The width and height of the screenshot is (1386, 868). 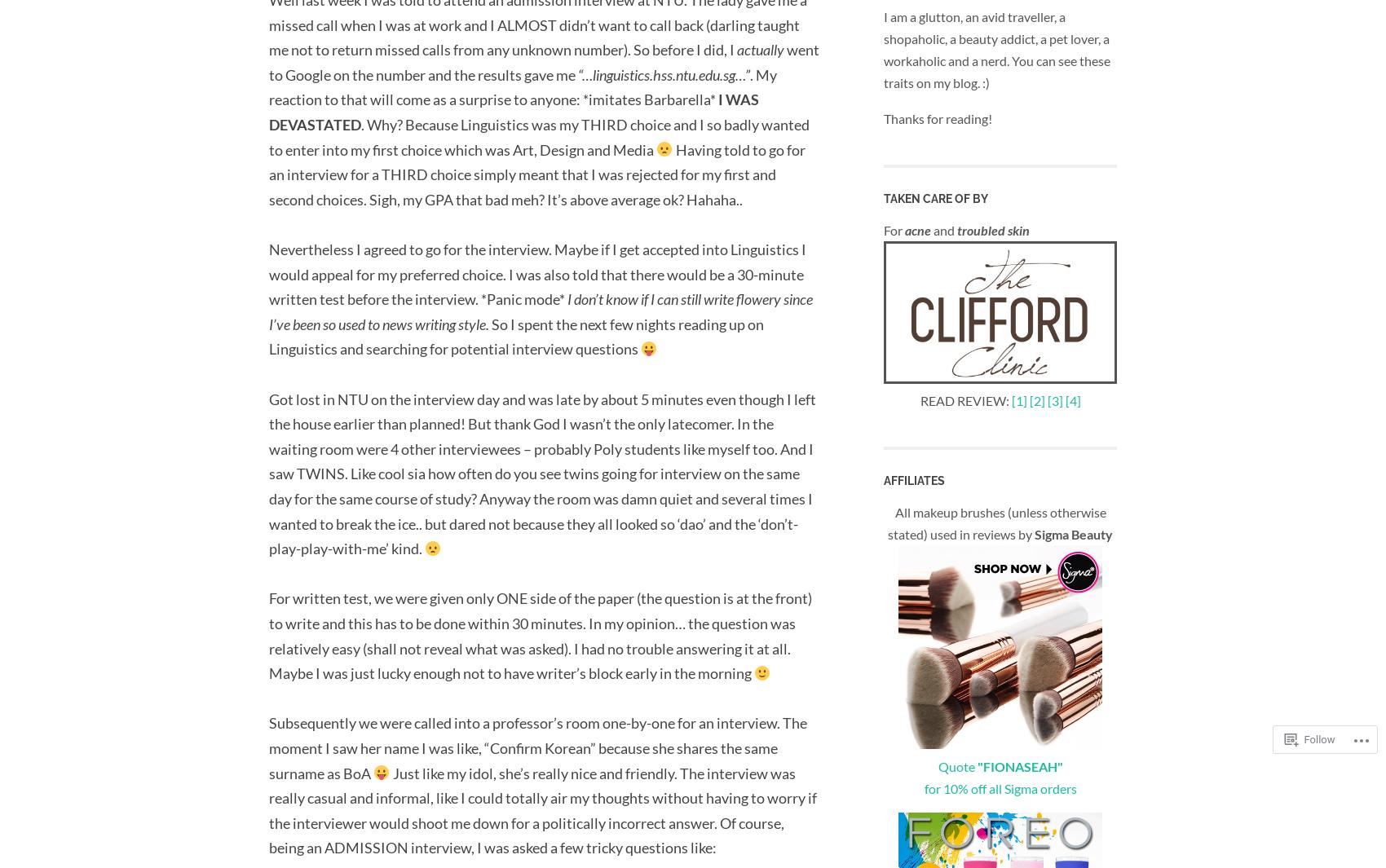 I want to click on 'troubled skin', so click(x=992, y=228).